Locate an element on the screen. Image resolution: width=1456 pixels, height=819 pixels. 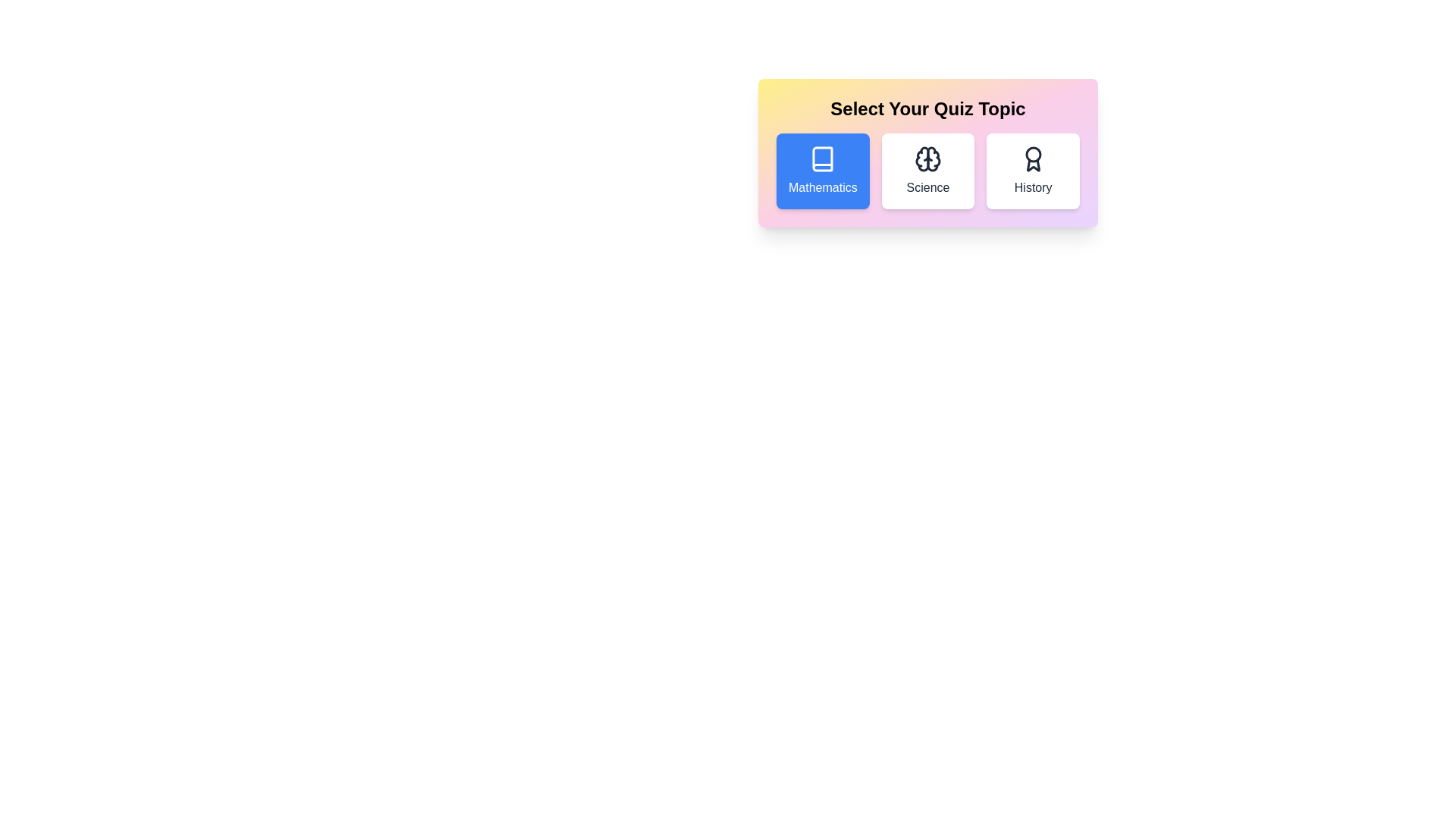
the quiz category History by clicking on its respective tile is located at coordinates (1032, 171).